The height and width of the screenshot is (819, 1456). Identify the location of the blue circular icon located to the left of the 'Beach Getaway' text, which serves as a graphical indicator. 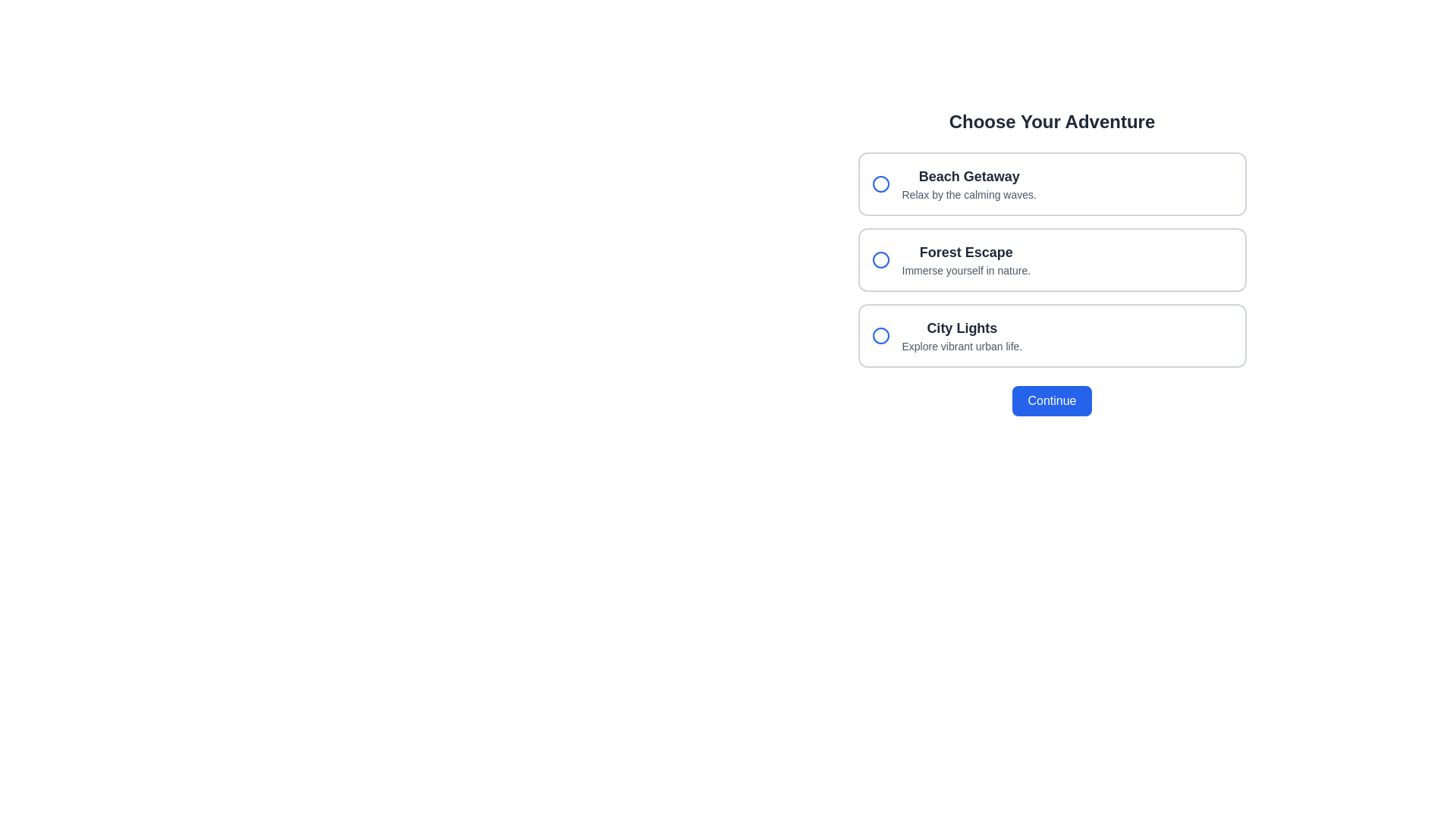
(880, 184).